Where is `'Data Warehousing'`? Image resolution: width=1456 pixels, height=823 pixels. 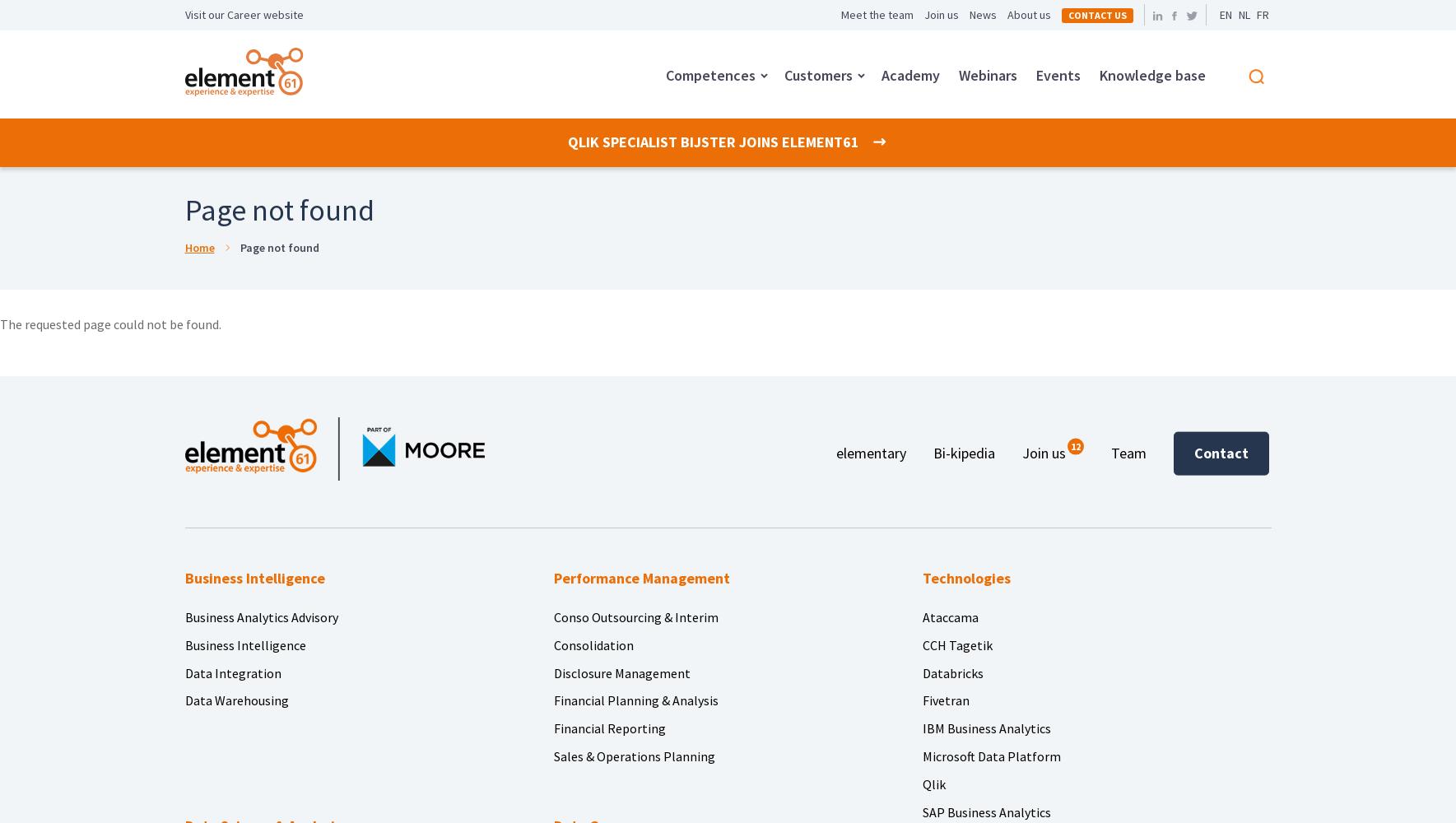
'Data Warehousing' is located at coordinates (235, 700).